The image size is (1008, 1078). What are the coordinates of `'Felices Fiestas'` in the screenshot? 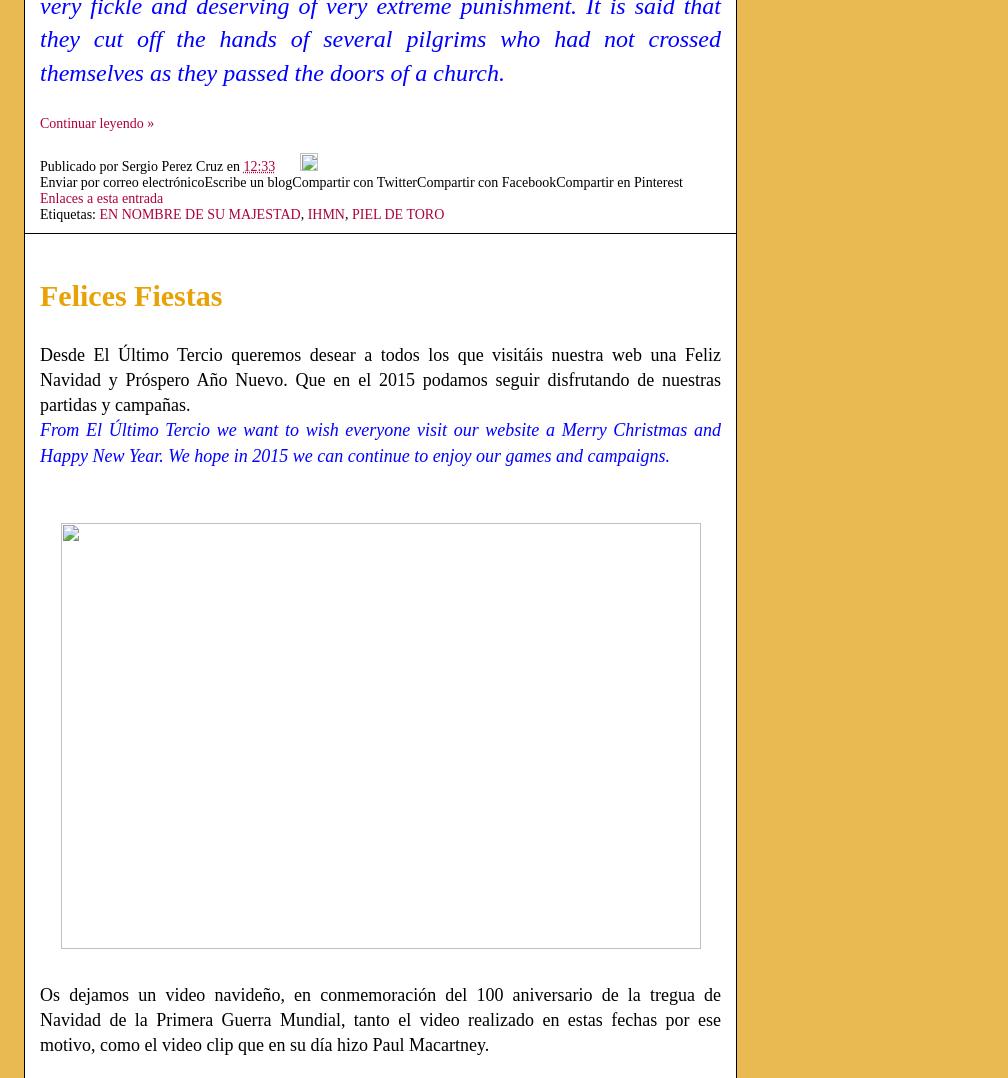 It's located at (131, 294).